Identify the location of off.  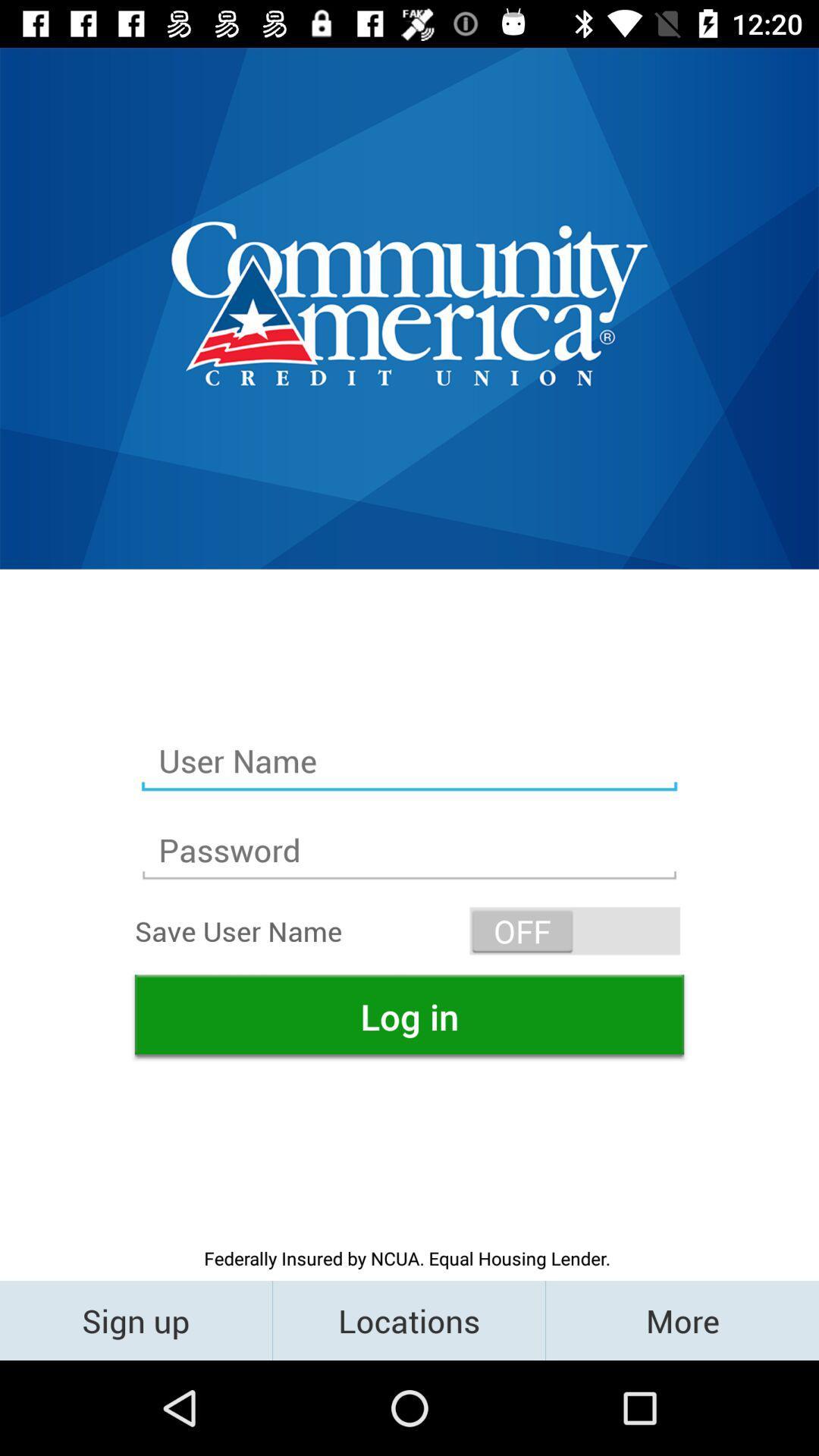
(575, 930).